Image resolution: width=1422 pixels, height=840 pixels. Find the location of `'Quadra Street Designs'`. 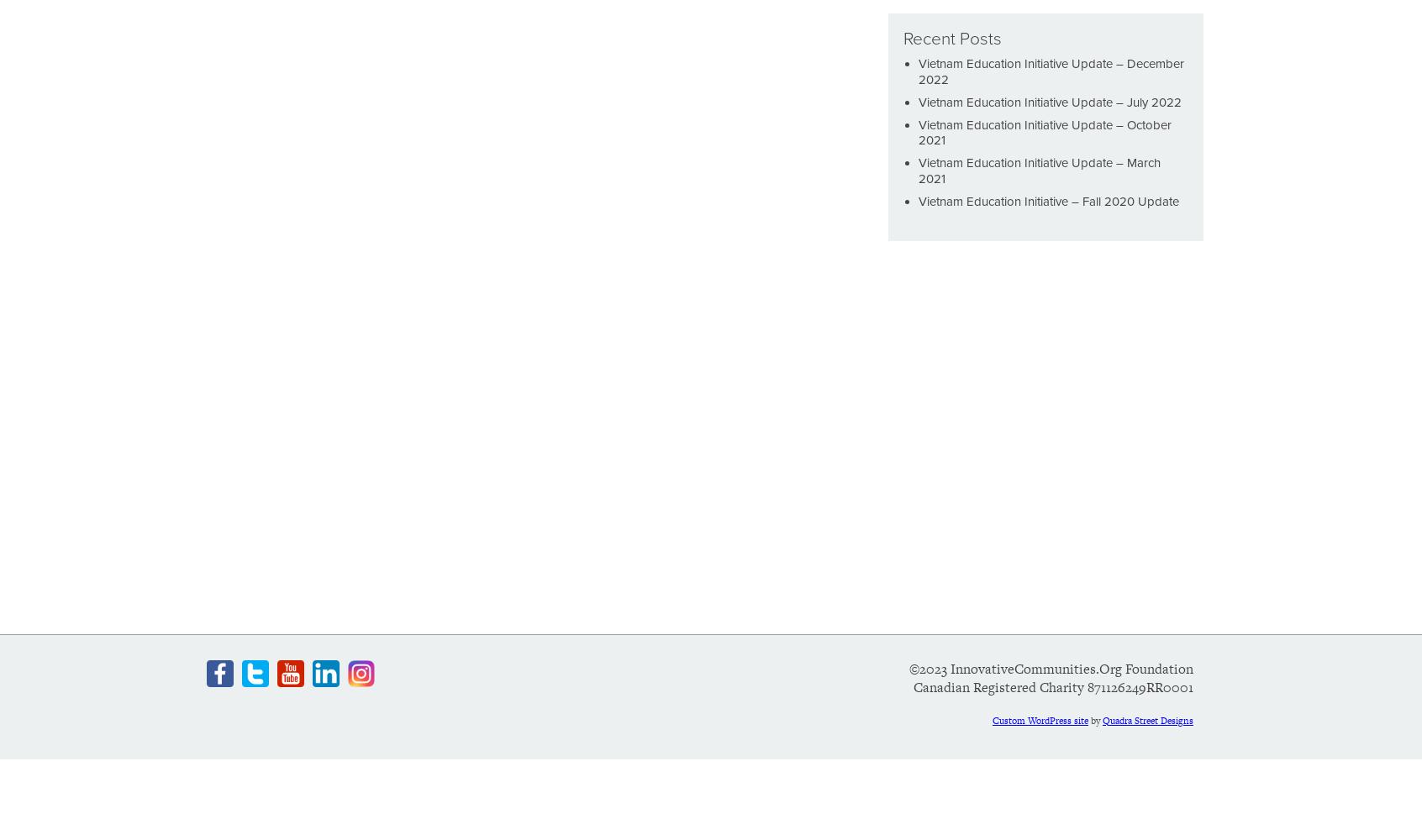

'Quadra Street Designs' is located at coordinates (1101, 719).